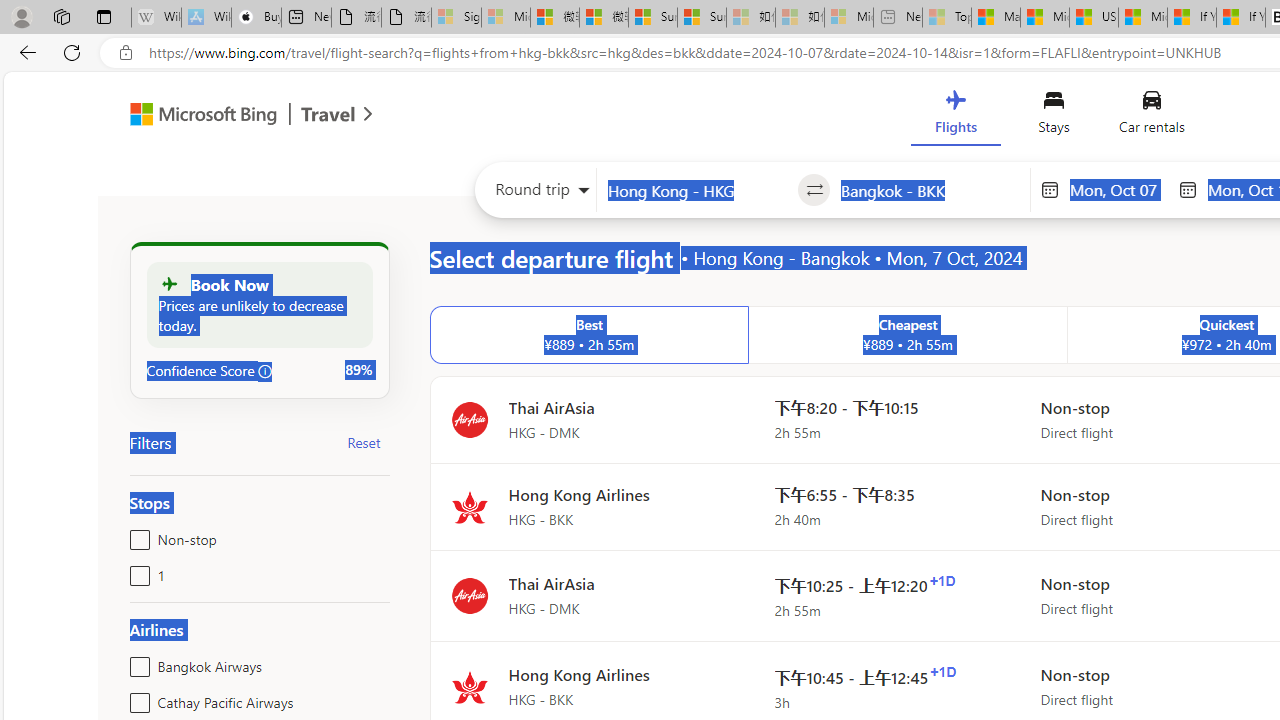 This screenshot has width=1280, height=720. I want to click on 'Info tooltip', so click(264, 371).